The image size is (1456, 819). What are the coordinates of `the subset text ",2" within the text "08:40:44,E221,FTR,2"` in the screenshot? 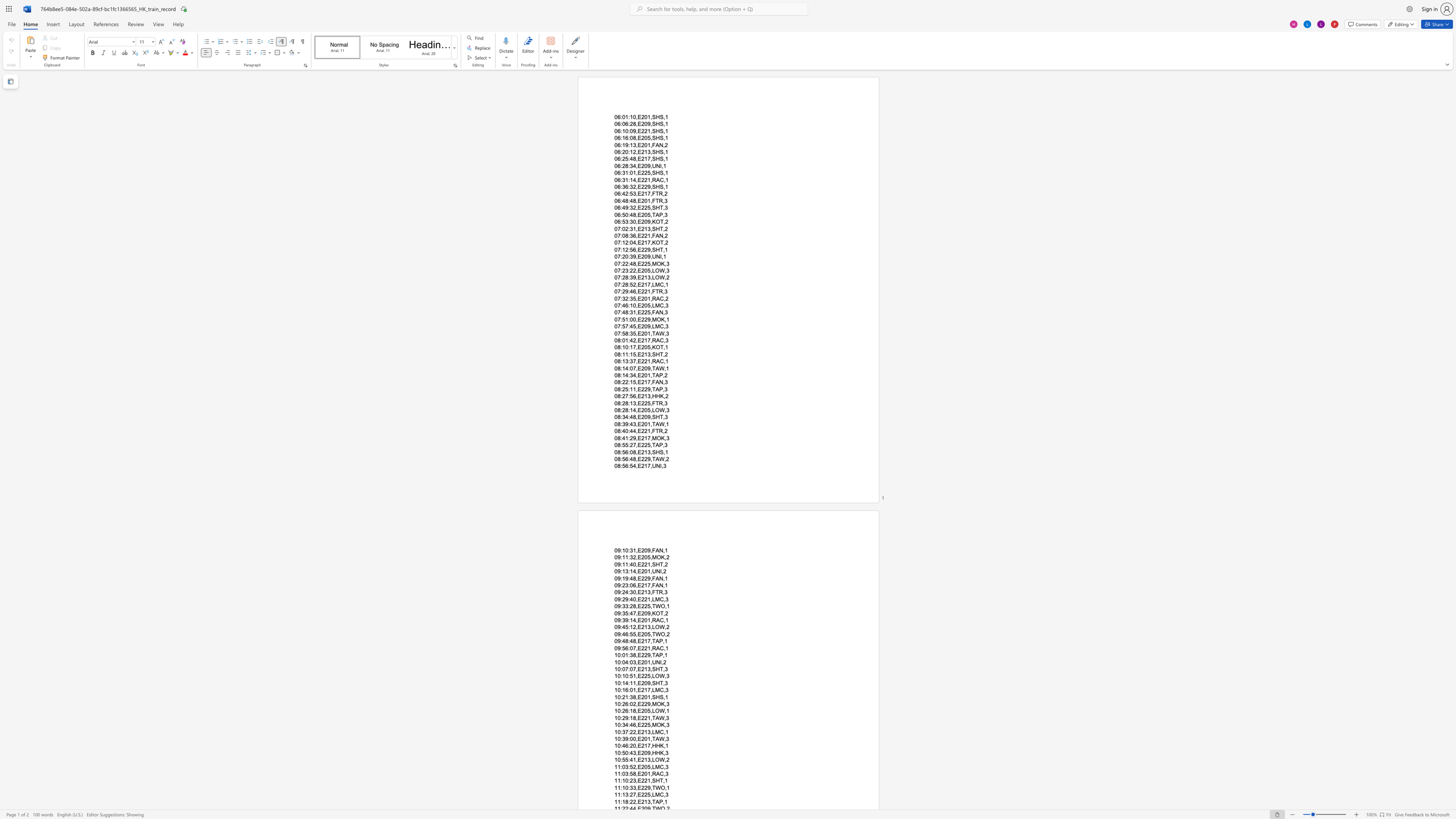 It's located at (662, 431).